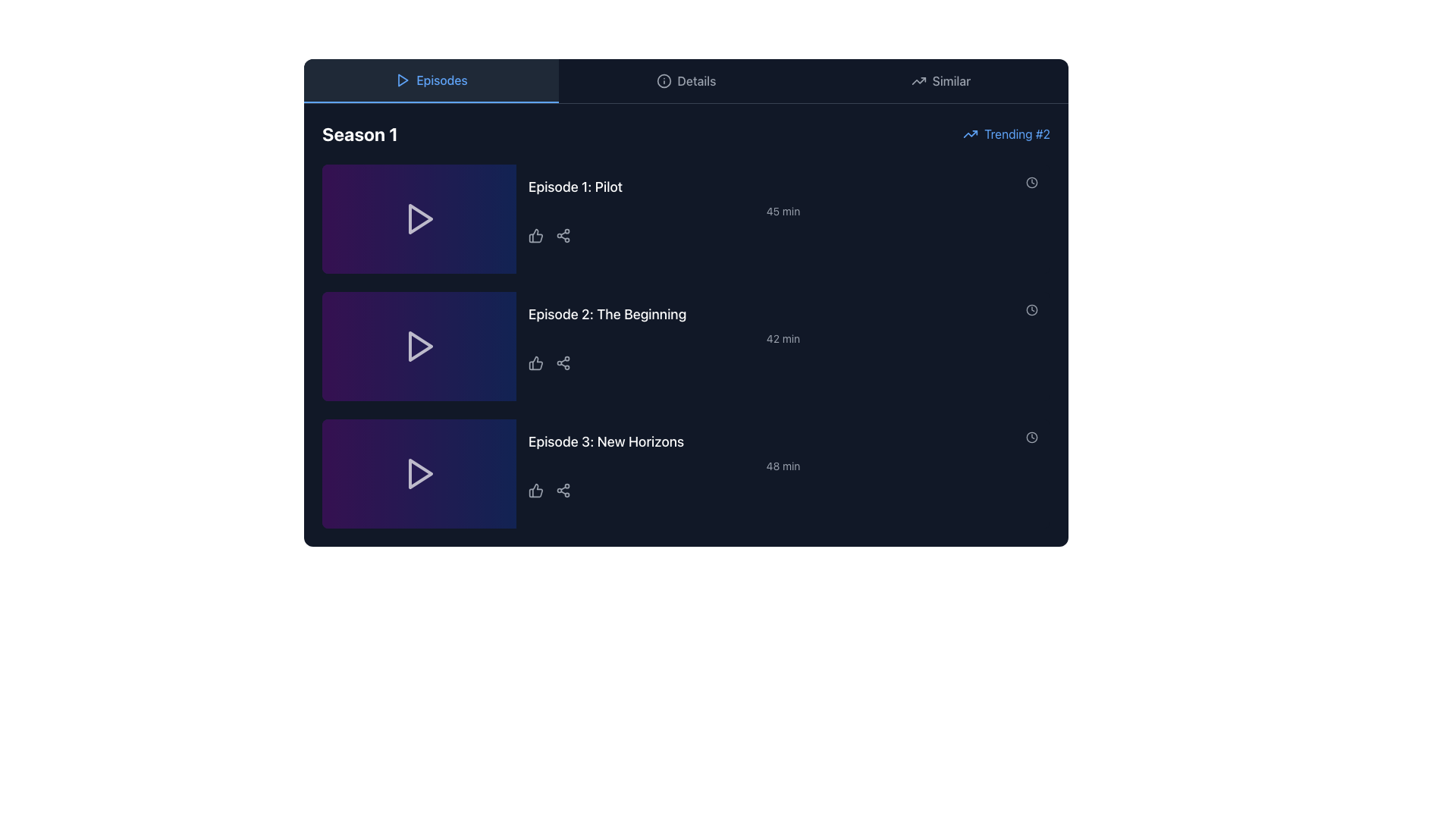 The image size is (1456, 819). Describe the element at coordinates (419, 219) in the screenshot. I see `the play button represented by a triangular shape with a light-colored outline on a dark purple background, located in the first item of the list labeled 'Season 1'` at that location.